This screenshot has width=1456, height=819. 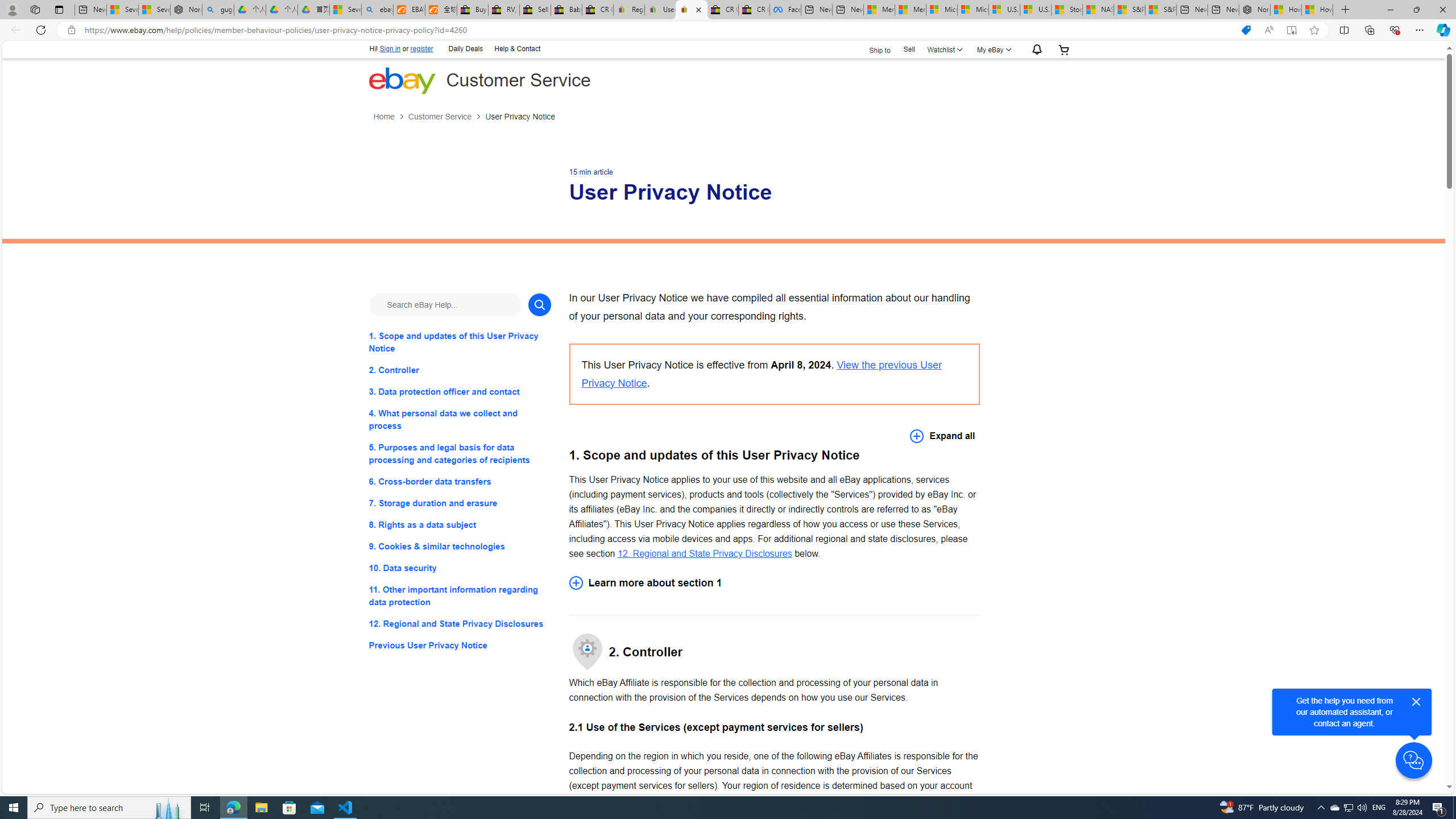 I want to click on 'Enter Immersive Reader (F9)', so click(x=1291, y=30).